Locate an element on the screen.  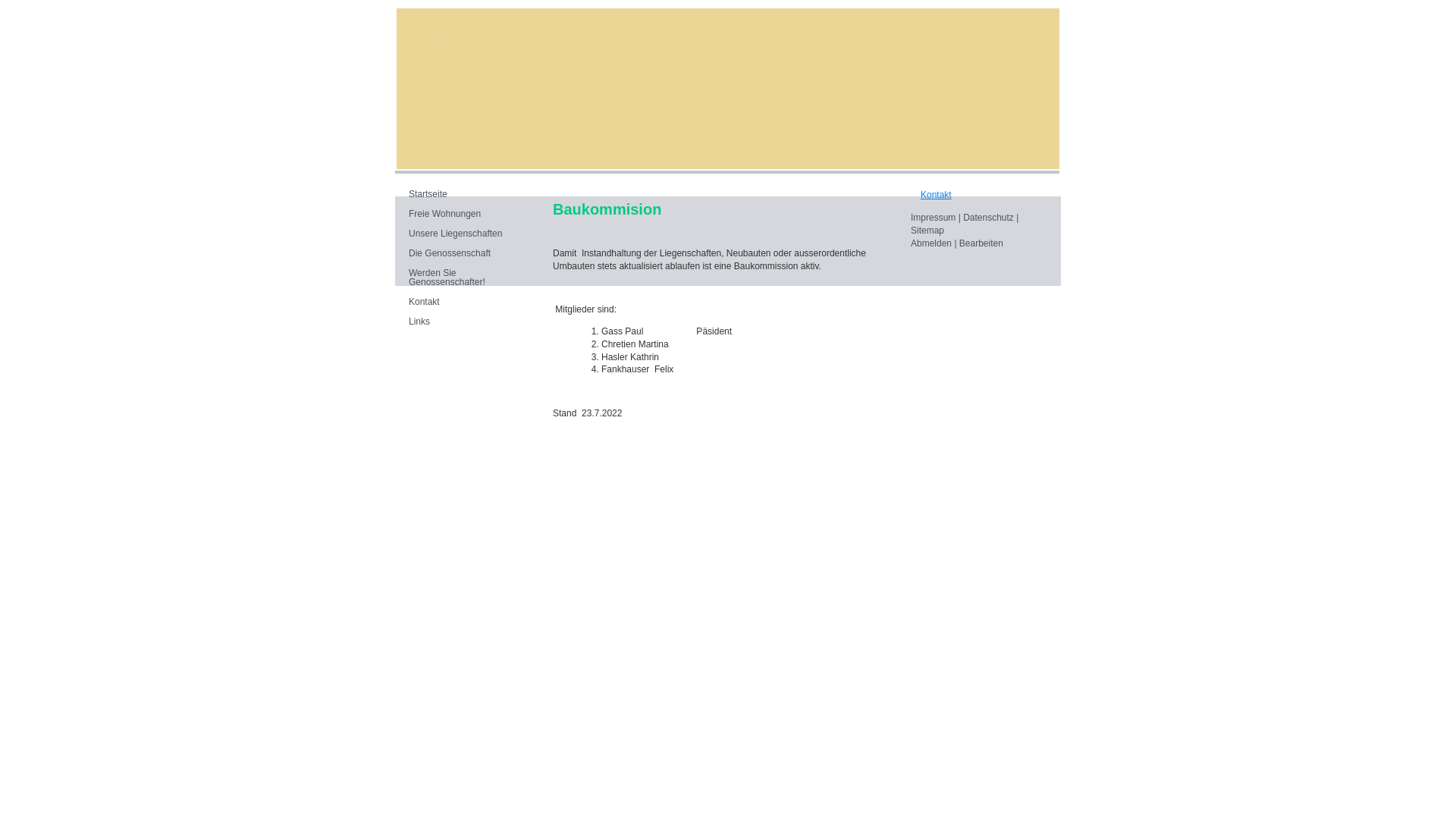
'Werden Sie Genossenschafter!' is located at coordinates (466, 278).